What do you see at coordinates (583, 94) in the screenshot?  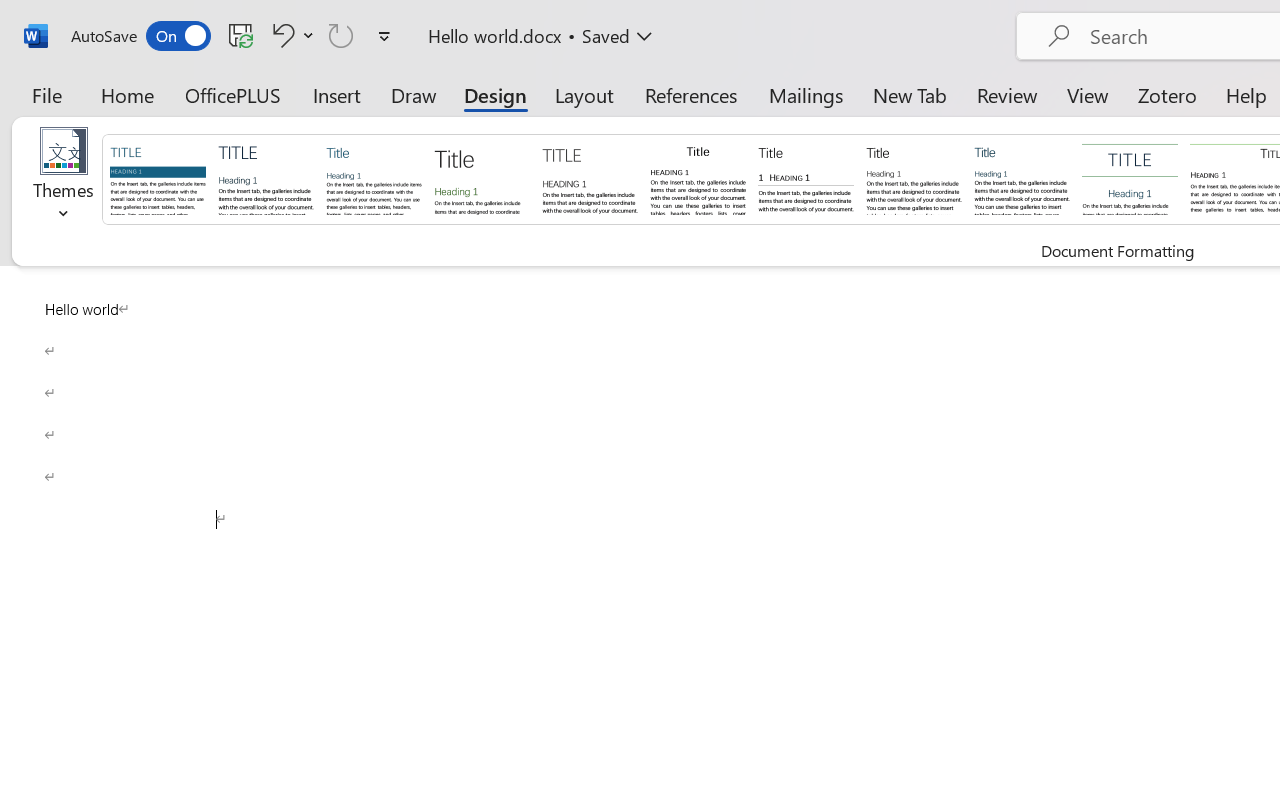 I see `'Layout'` at bounding box center [583, 94].